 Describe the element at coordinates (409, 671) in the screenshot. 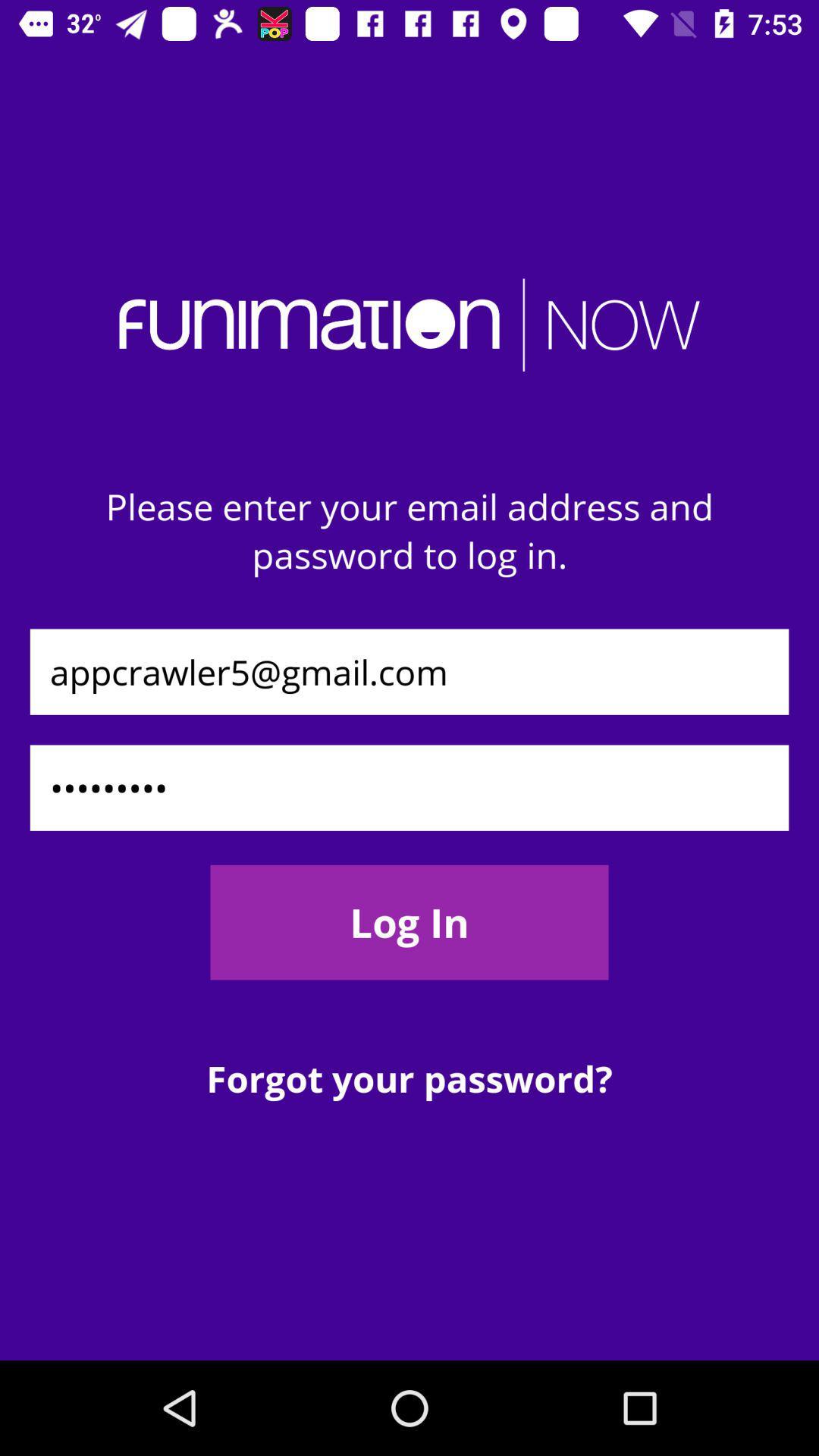

I see `icon above crowd3116 icon` at that location.